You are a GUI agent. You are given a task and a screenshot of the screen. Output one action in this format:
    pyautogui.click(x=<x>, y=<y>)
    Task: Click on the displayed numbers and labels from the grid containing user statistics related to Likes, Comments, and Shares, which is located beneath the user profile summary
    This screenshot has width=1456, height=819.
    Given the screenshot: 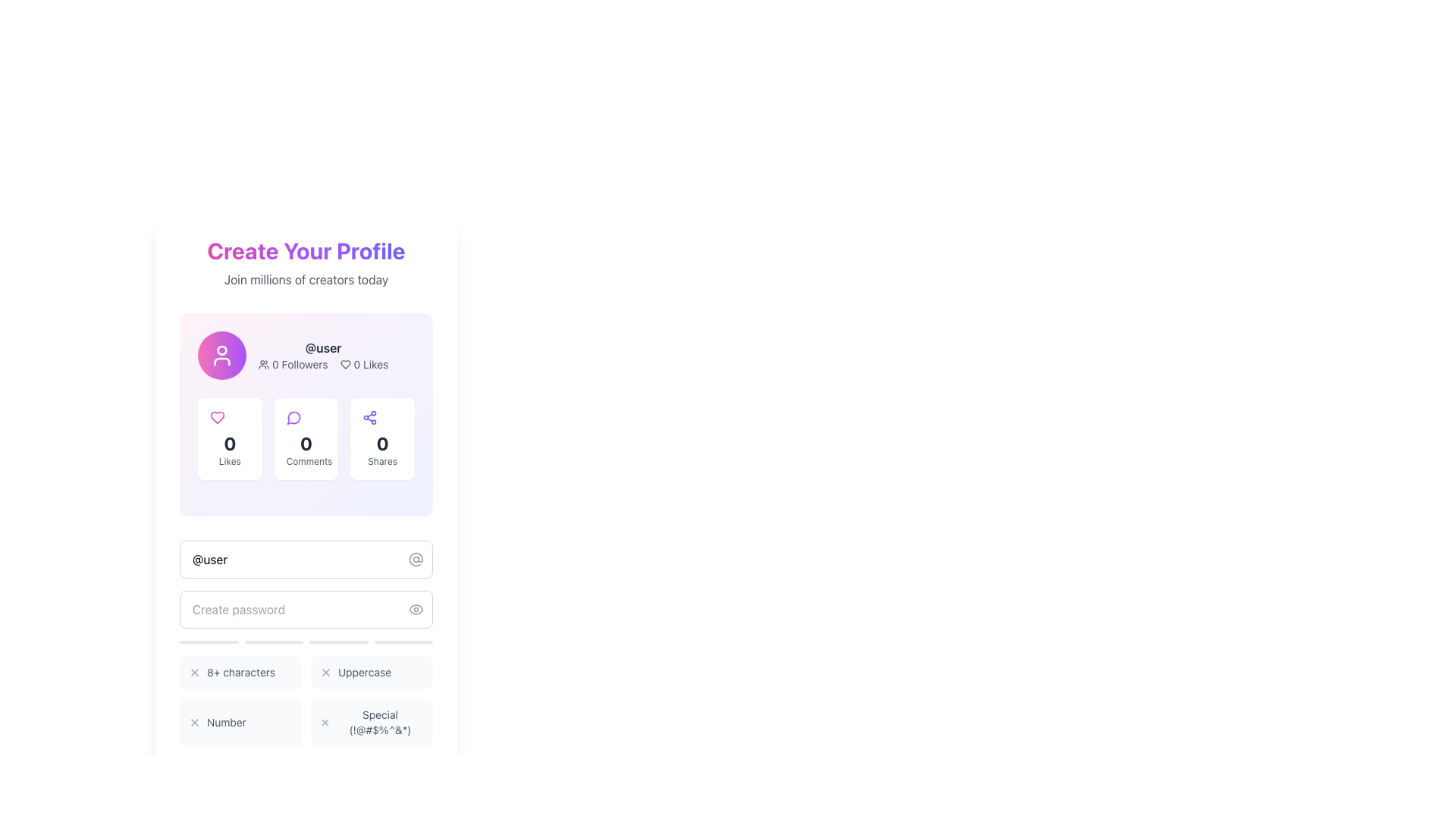 What is the action you would take?
    pyautogui.click(x=305, y=438)
    